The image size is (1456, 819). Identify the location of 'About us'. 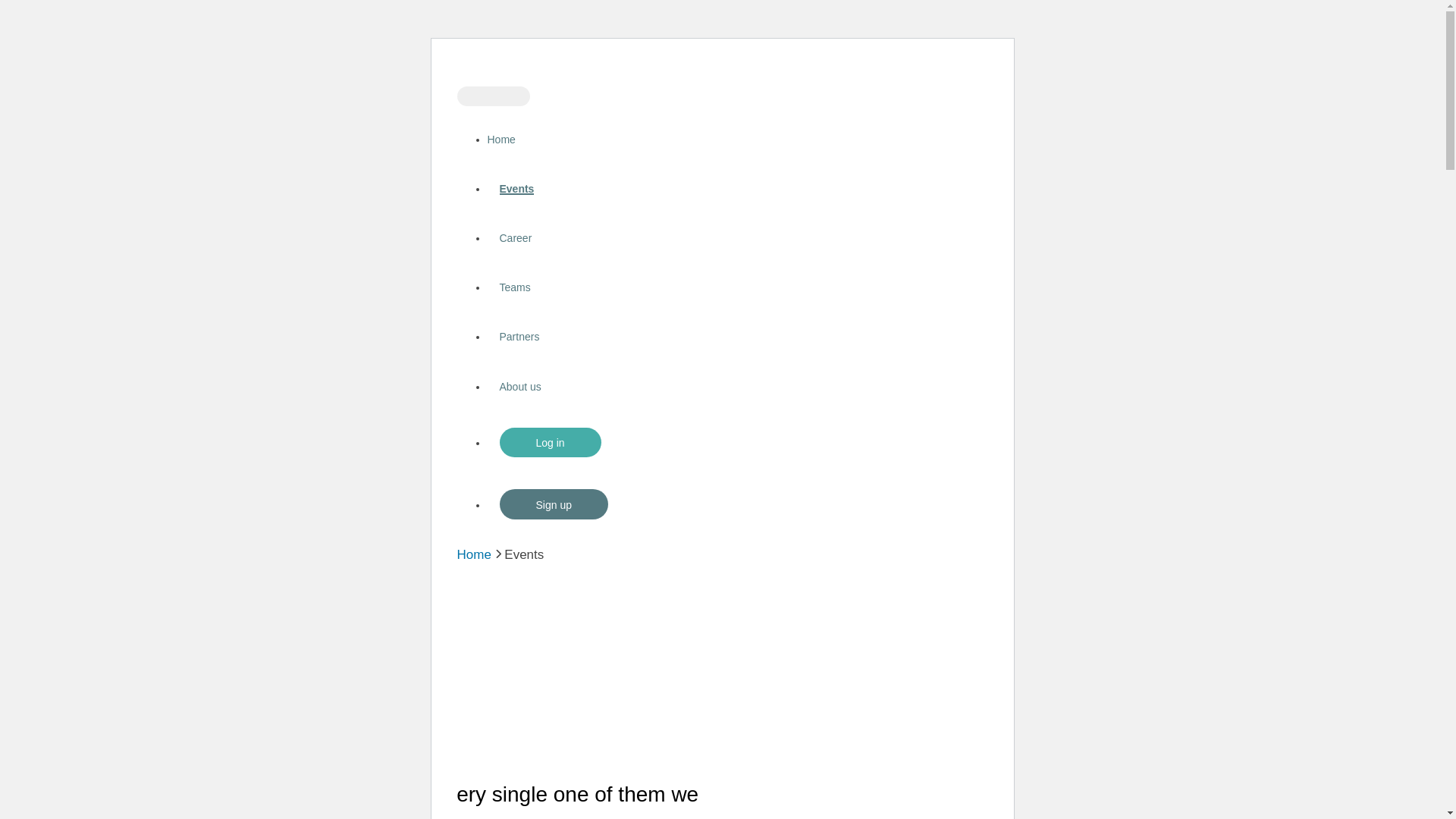
(519, 385).